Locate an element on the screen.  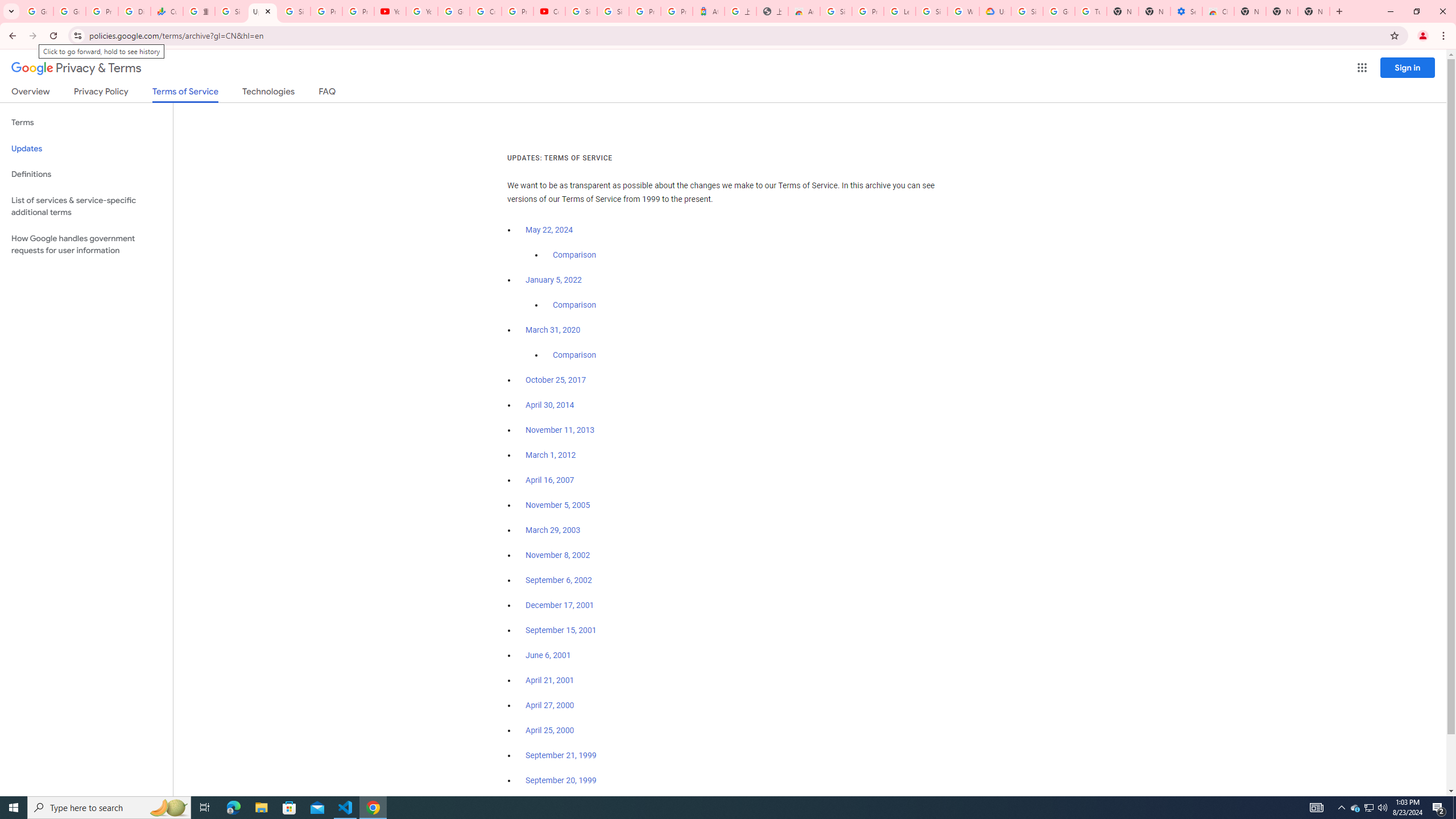
'Google Workspace Admin Community' is located at coordinates (37, 11).